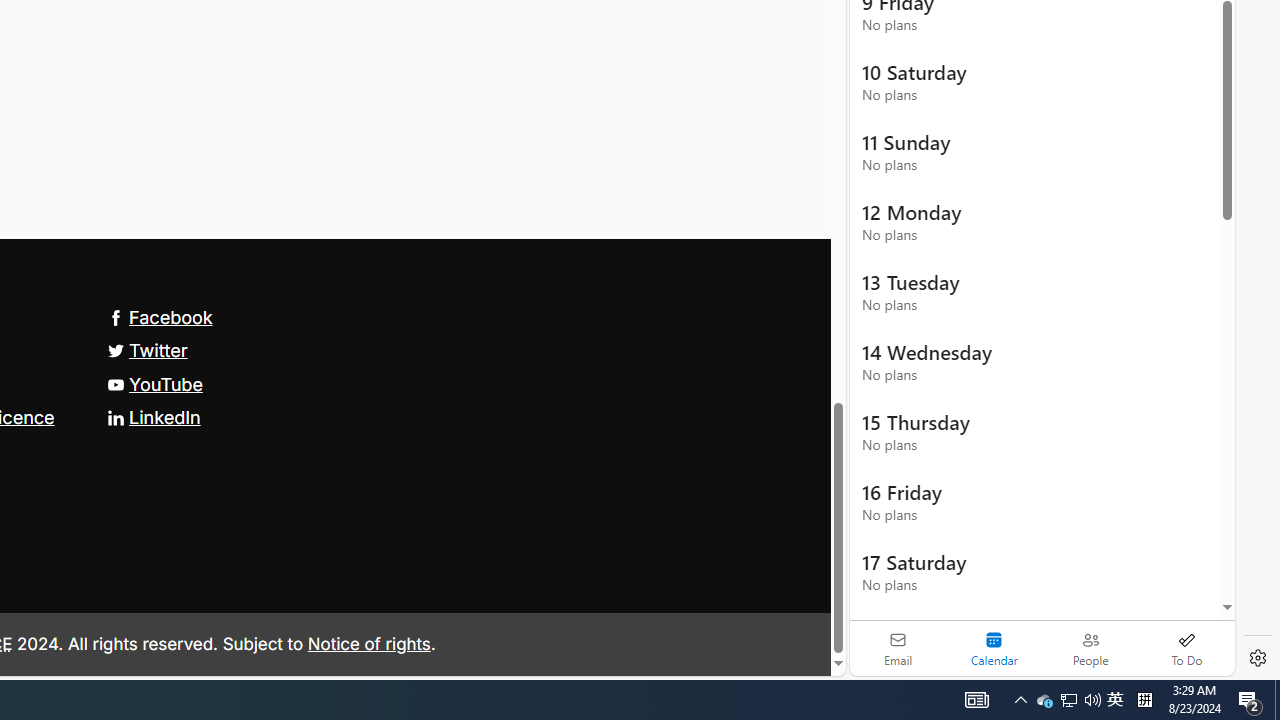  Describe the element at coordinates (369, 643) in the screenshot. I see `'Notice of rights'` at that location.